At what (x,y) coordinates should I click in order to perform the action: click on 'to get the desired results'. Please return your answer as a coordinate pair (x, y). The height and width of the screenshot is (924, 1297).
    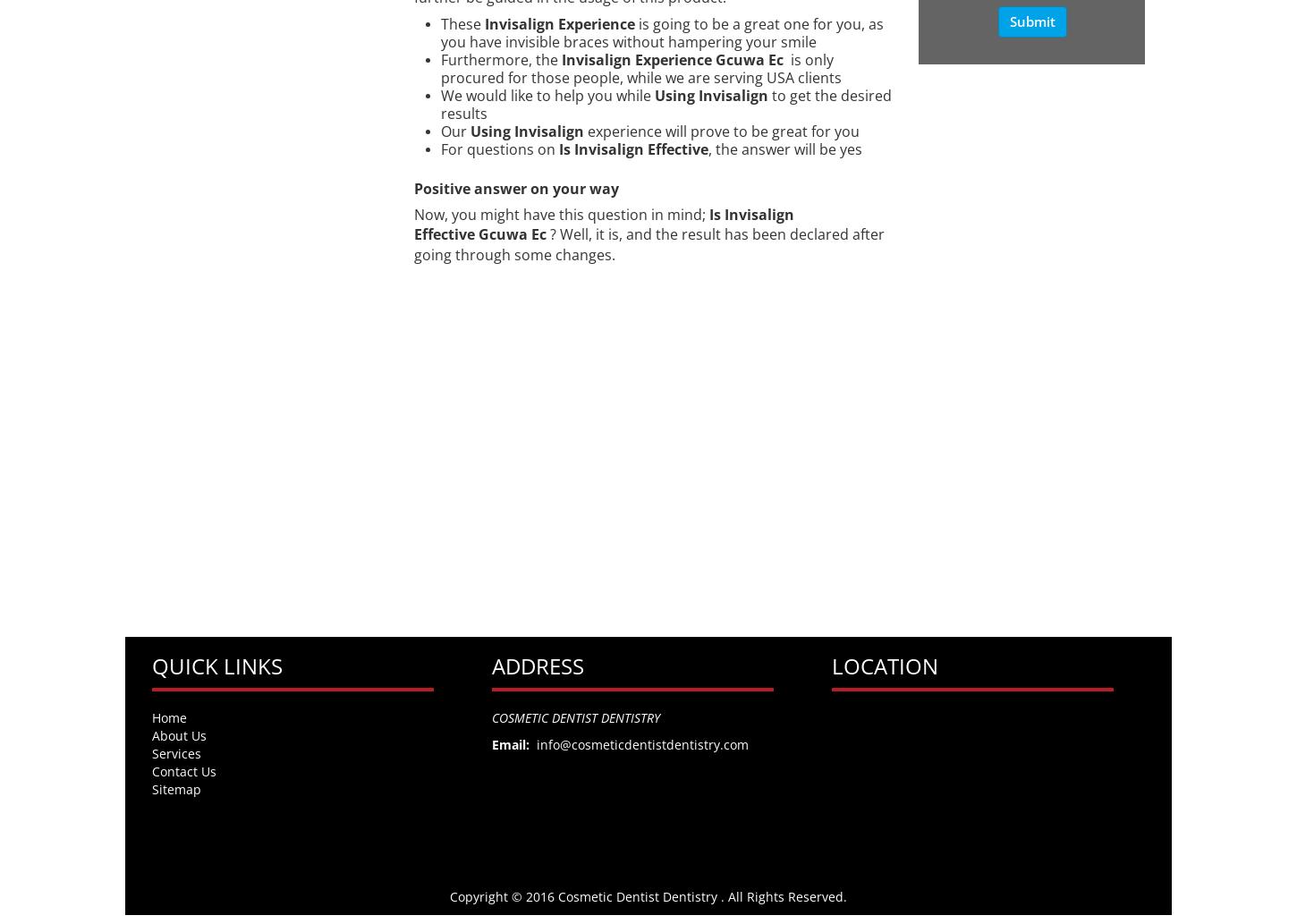
    Looking at the image, I should click on (665, 104).